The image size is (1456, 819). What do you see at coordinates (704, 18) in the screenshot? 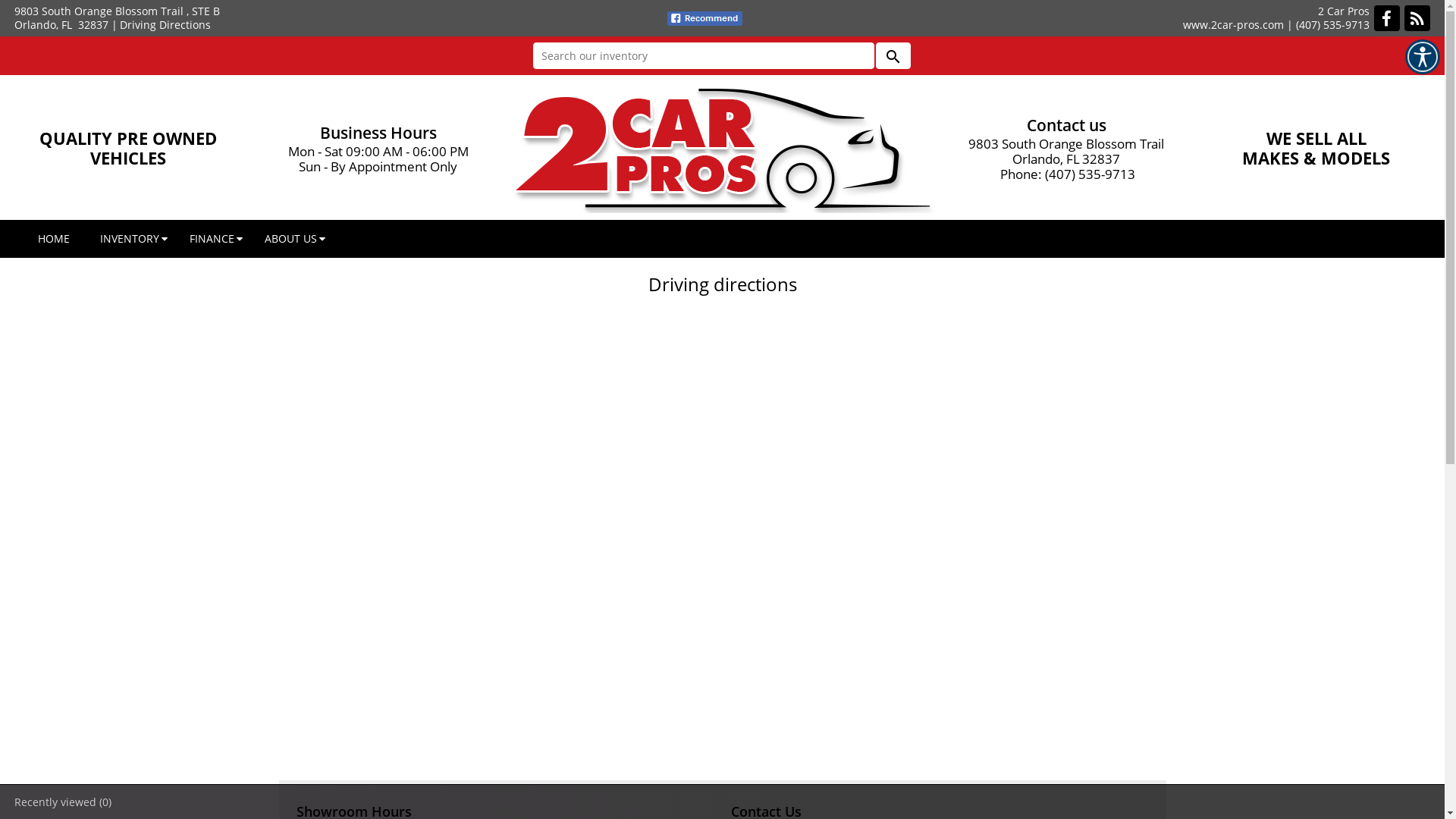
I see `'fb recommend'` at bounding box center [704, 18].